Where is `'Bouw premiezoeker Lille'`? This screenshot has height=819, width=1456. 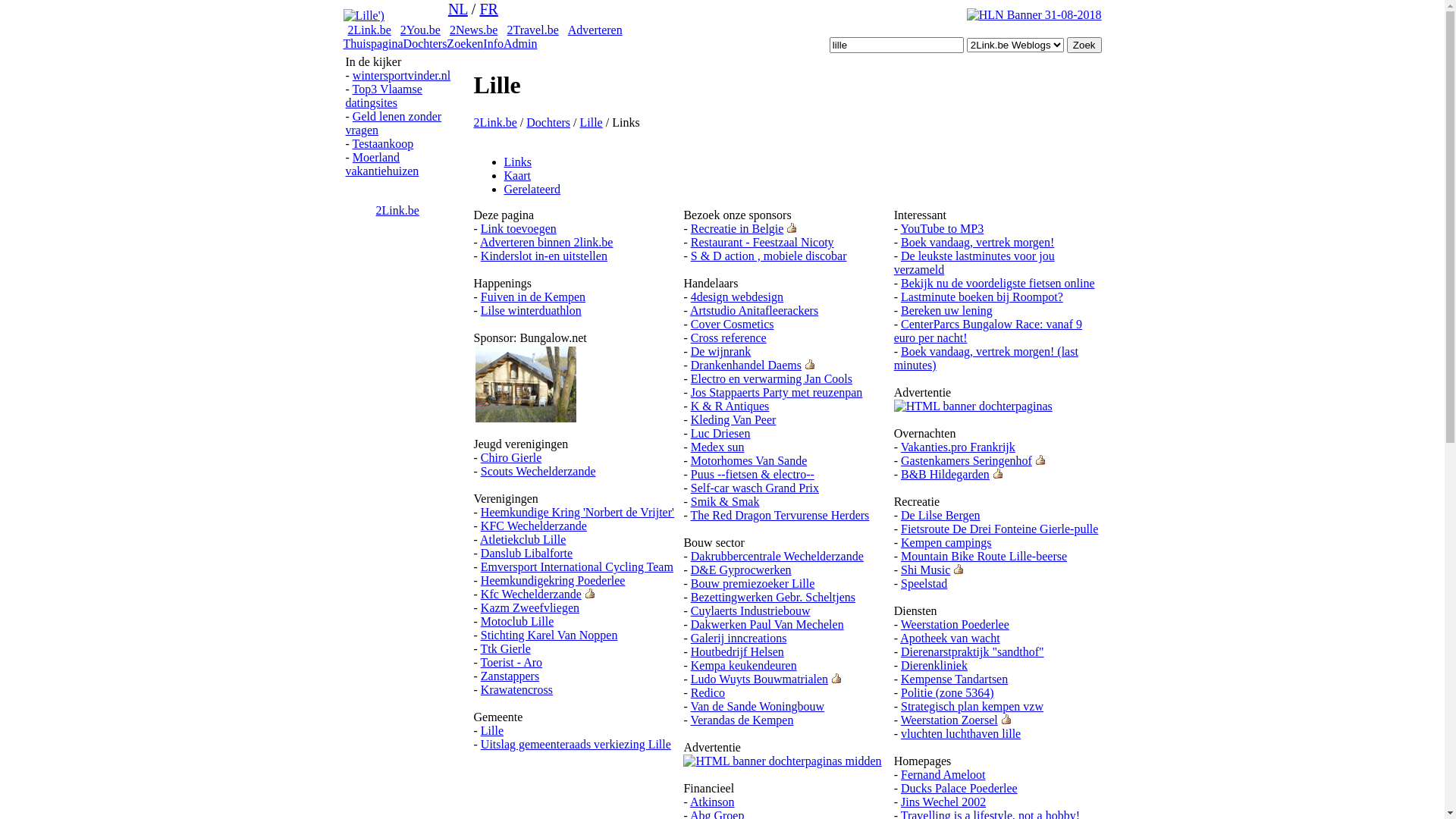 'Bouw premiezoeker Lille' is located at coordinates (753, 582).